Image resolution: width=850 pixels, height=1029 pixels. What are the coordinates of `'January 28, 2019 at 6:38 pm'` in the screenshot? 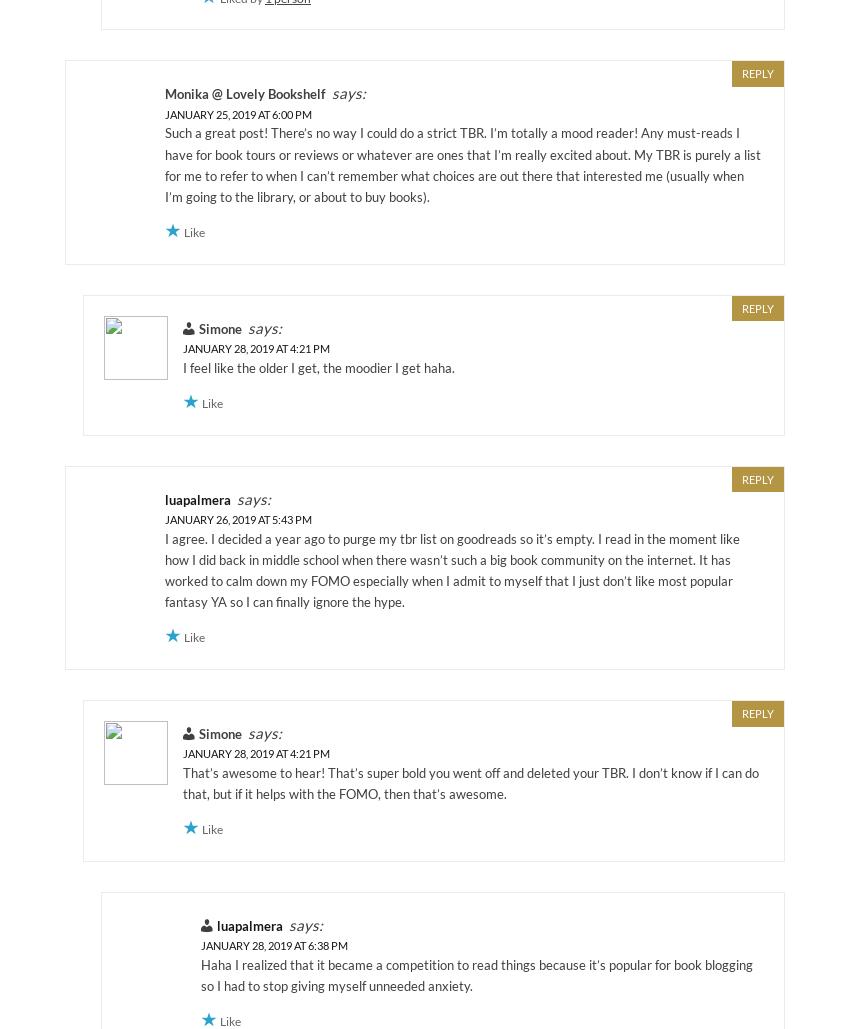 It's located at (273, 945).